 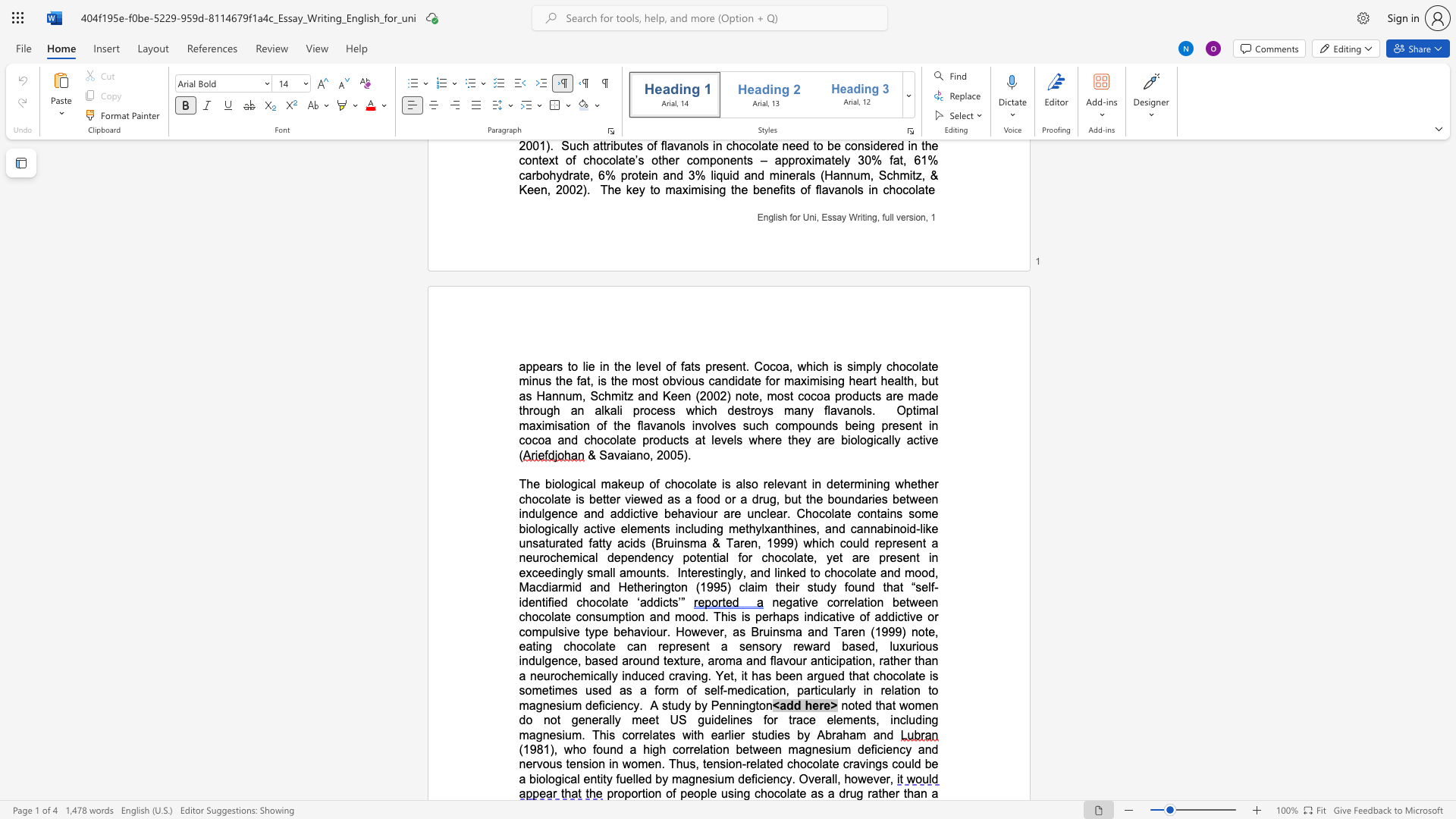 I want to click on the subset text "ed that women d" within the text "noted that women do not", so click(x=858, y=705).